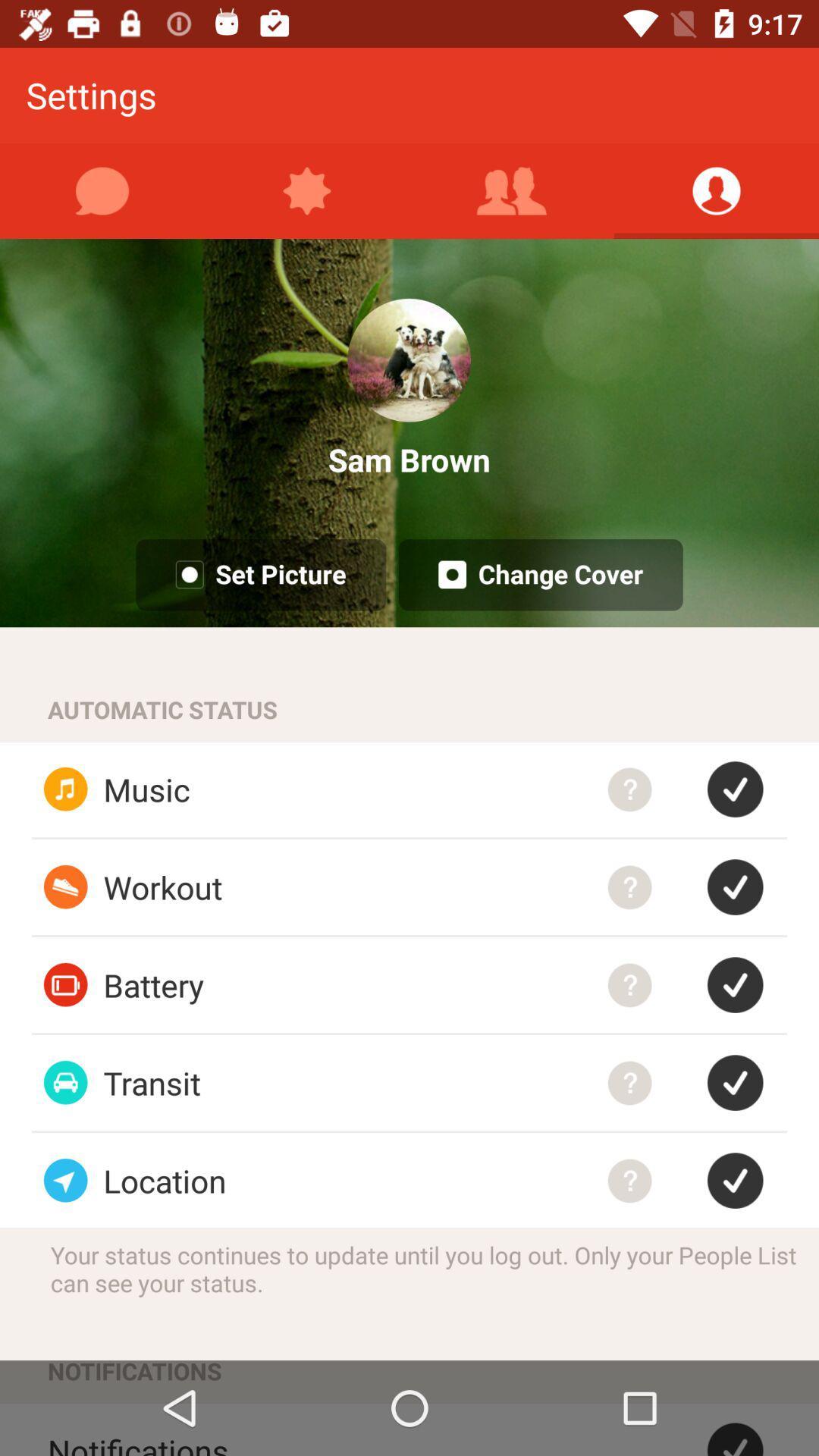 The image size is (819, 1456). I want to click on change cover button on a page, so click(540, 574).